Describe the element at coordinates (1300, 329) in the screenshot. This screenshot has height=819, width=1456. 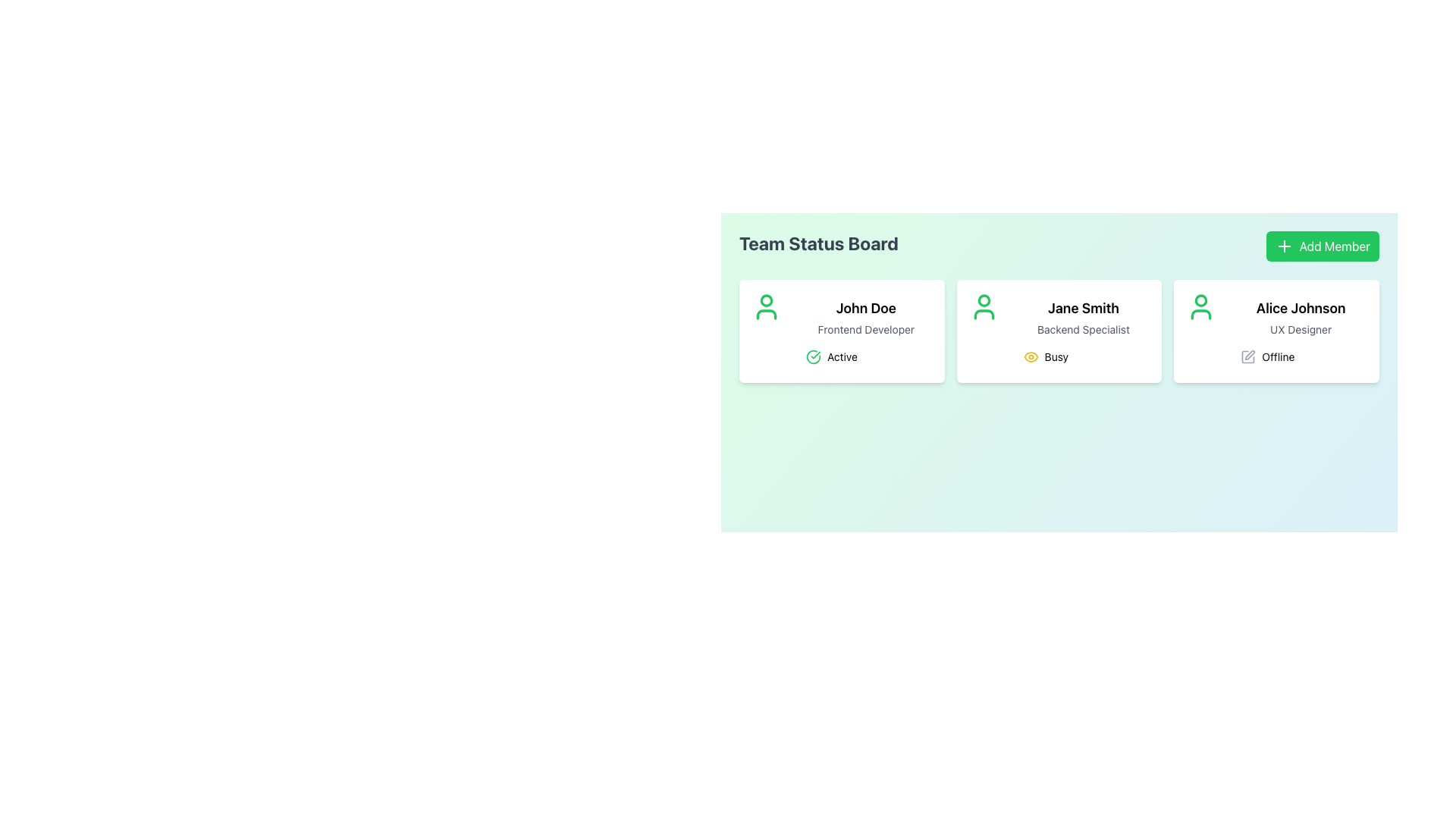
I see `the label containing the text 'UX Designer' that is styled with a small font size and gray color, located below the name 'Alice Johnson' and above the status 'Offline' within the user card` at that location.